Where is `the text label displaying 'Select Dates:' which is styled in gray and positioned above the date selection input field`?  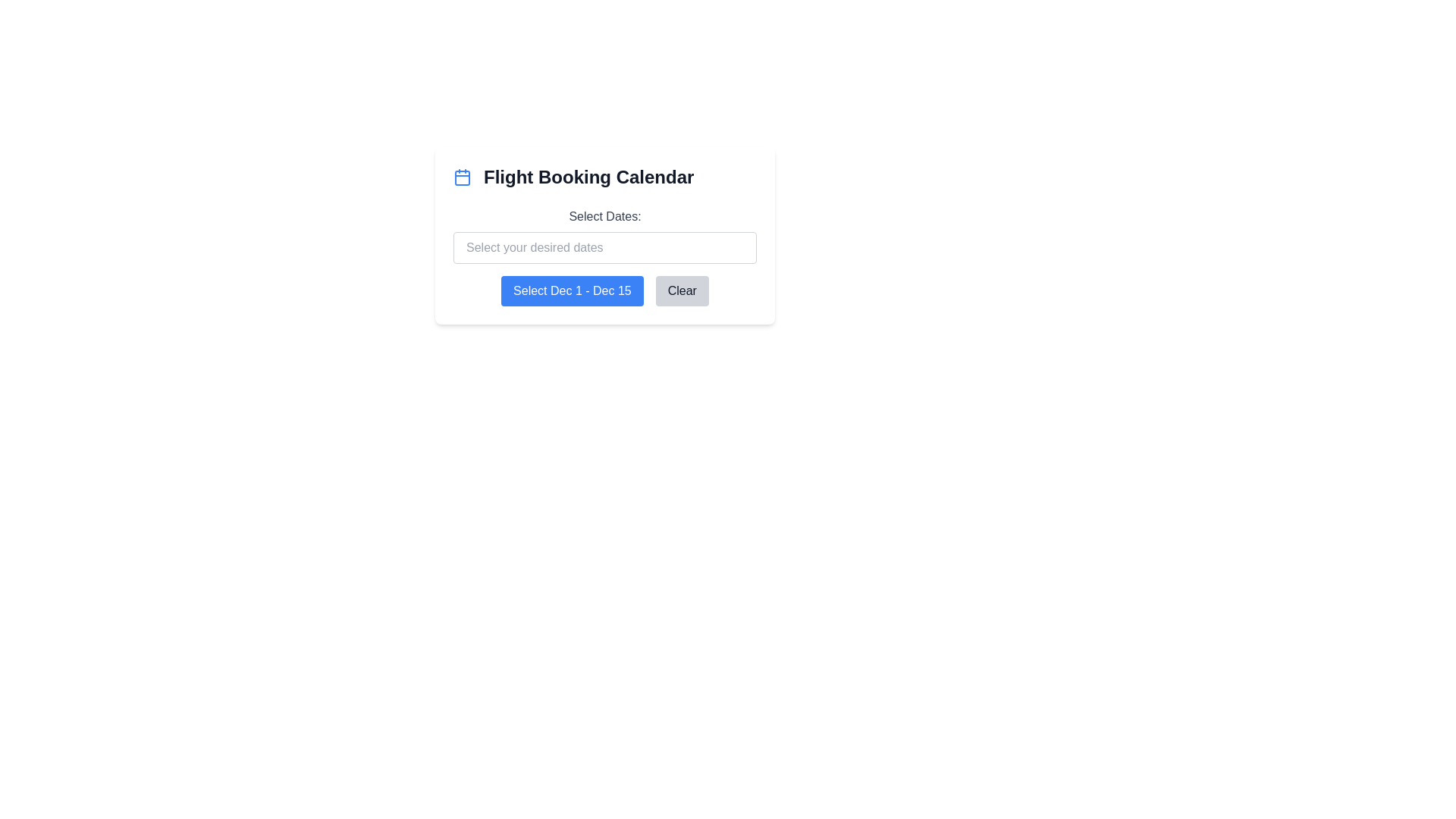 the text label displaying 'Select Dates:' which is styled in gray and positioned above the date selection input field is located at coordinates (604, 216).